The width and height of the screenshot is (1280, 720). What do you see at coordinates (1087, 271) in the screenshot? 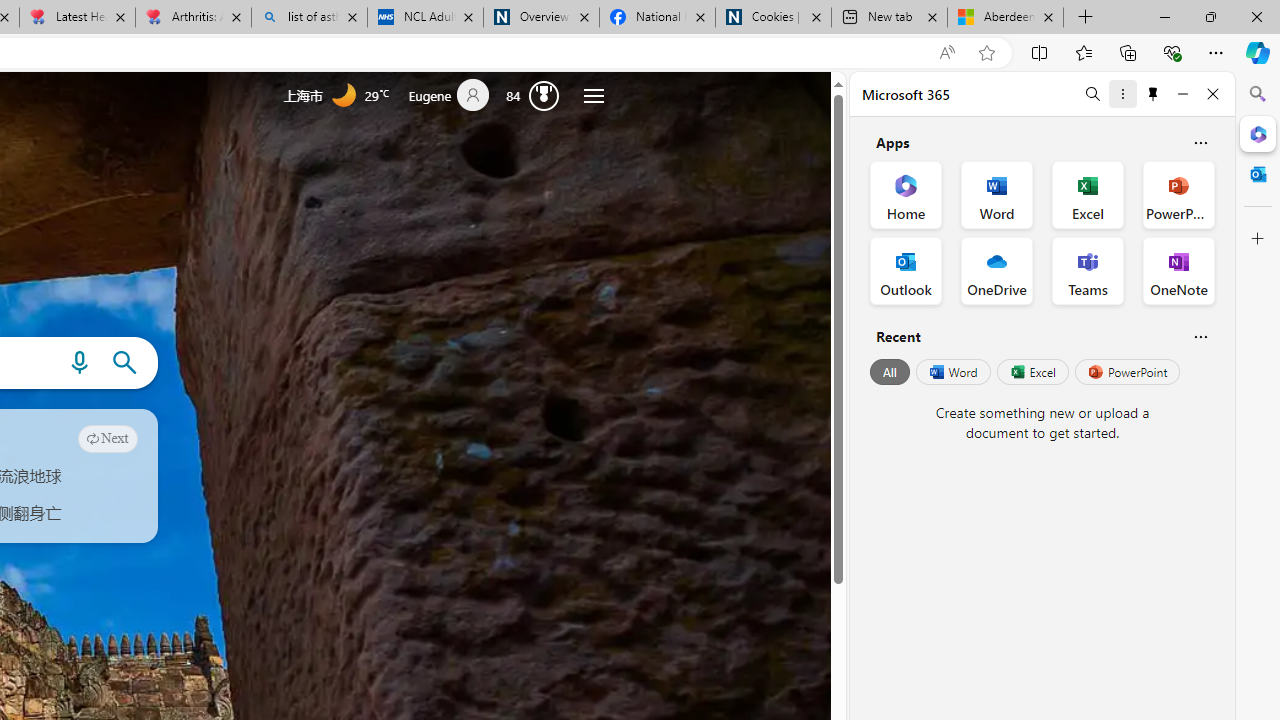
I see `'Teams Office App'` at bounding box center [1087, 271].